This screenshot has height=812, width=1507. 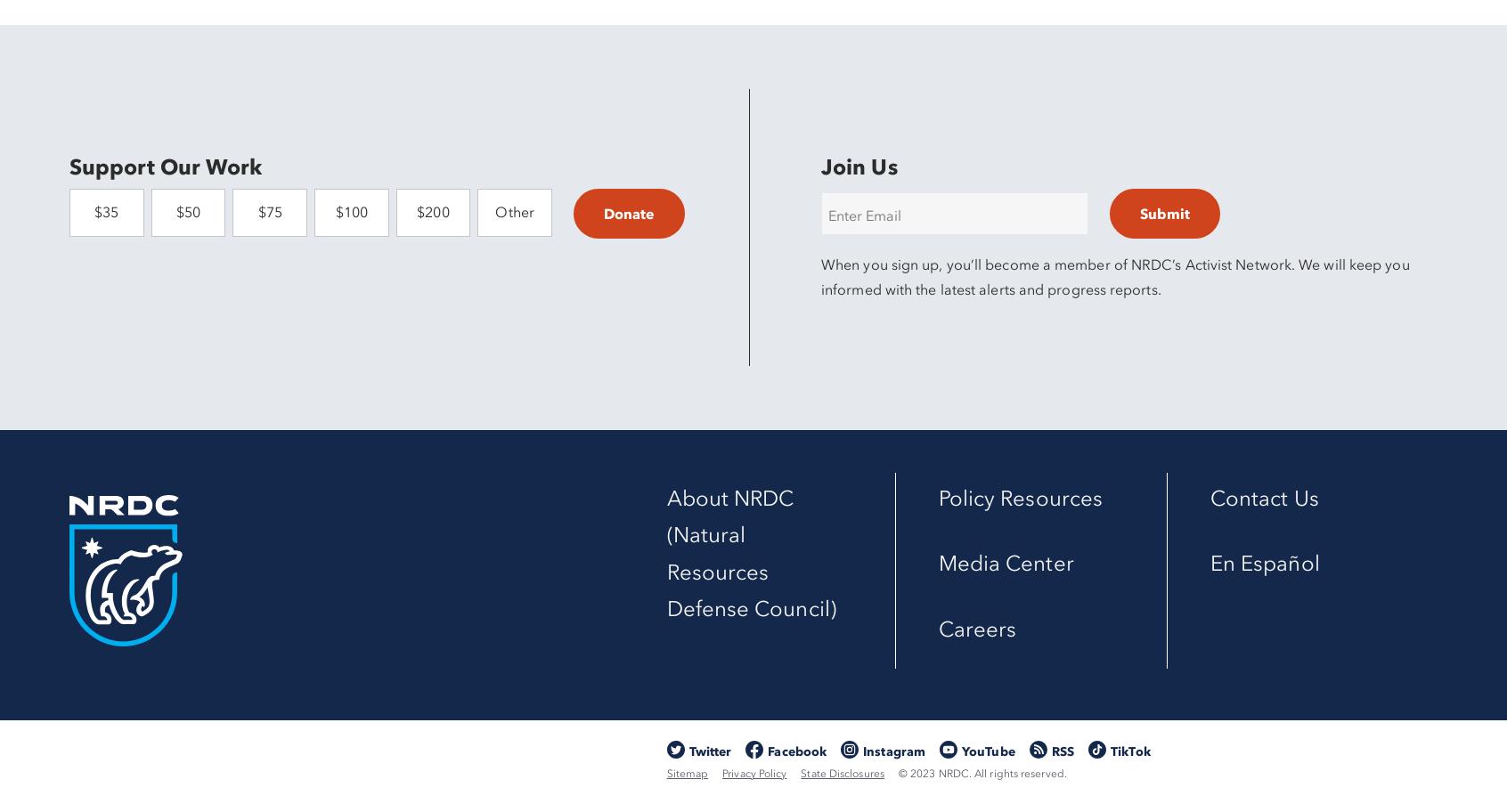 I want to click on '$50', so click(x=186, y=212).